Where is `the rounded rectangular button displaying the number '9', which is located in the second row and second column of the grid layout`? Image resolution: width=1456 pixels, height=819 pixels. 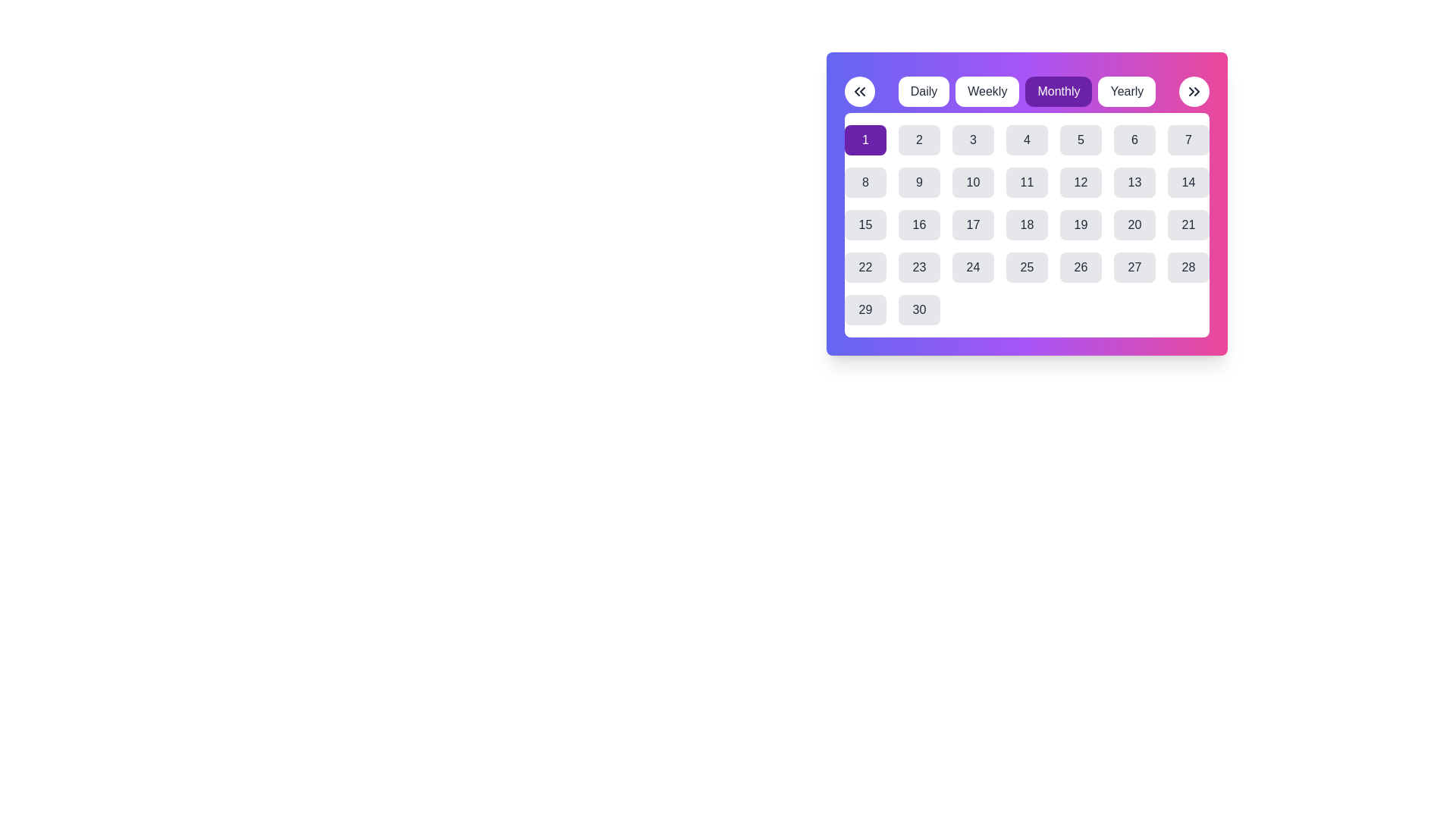 the rounded rectangular button displaying the number '9', which is located in the second row and second column of the grid layout is located at coordinates (918, 181).